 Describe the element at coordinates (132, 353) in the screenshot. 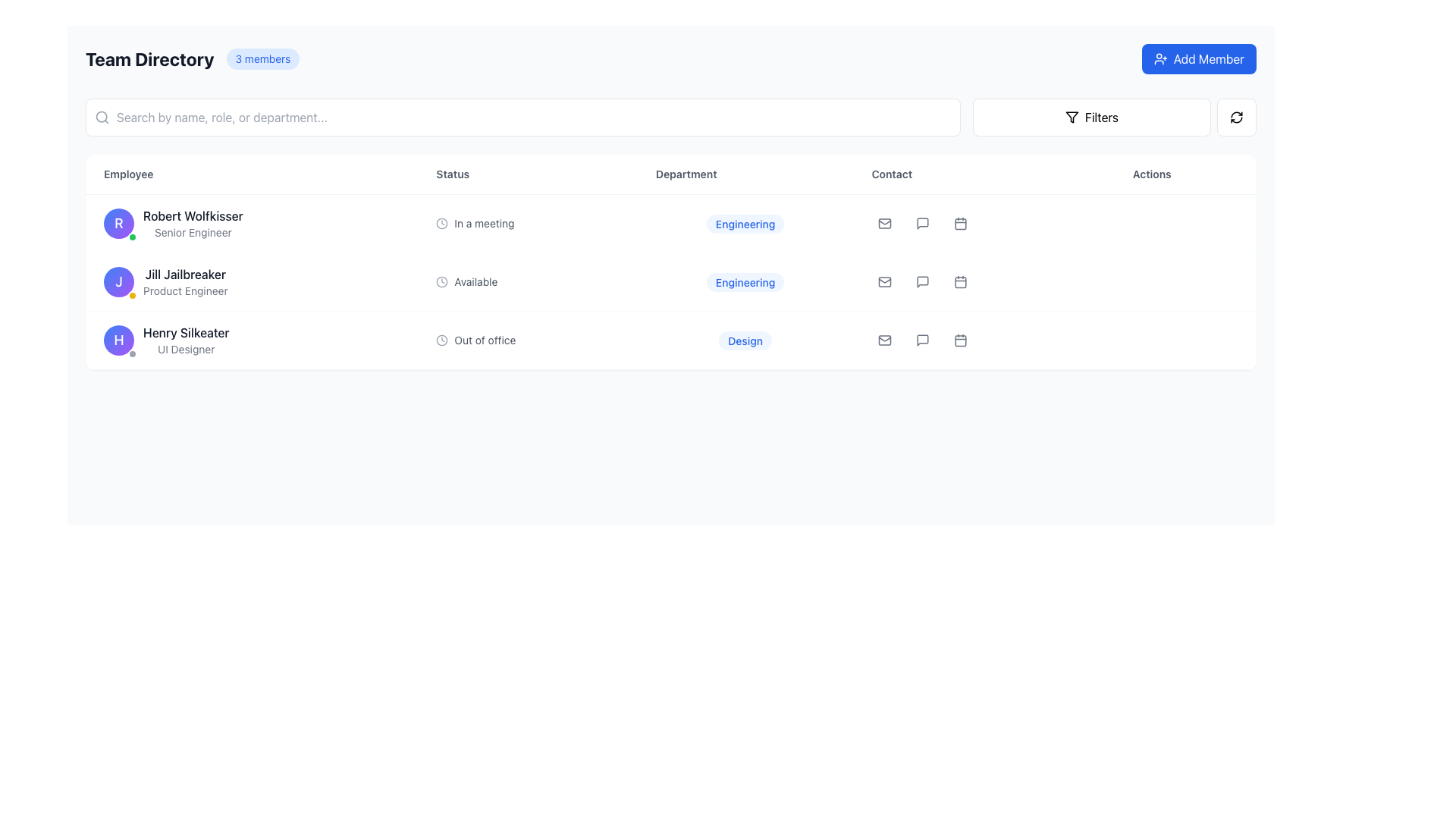

I see `status indicator badge associated with the profile of 'Henry Silkeater' located at the bottom-right corner of the circular profile badge marked with 'H'` at that location.